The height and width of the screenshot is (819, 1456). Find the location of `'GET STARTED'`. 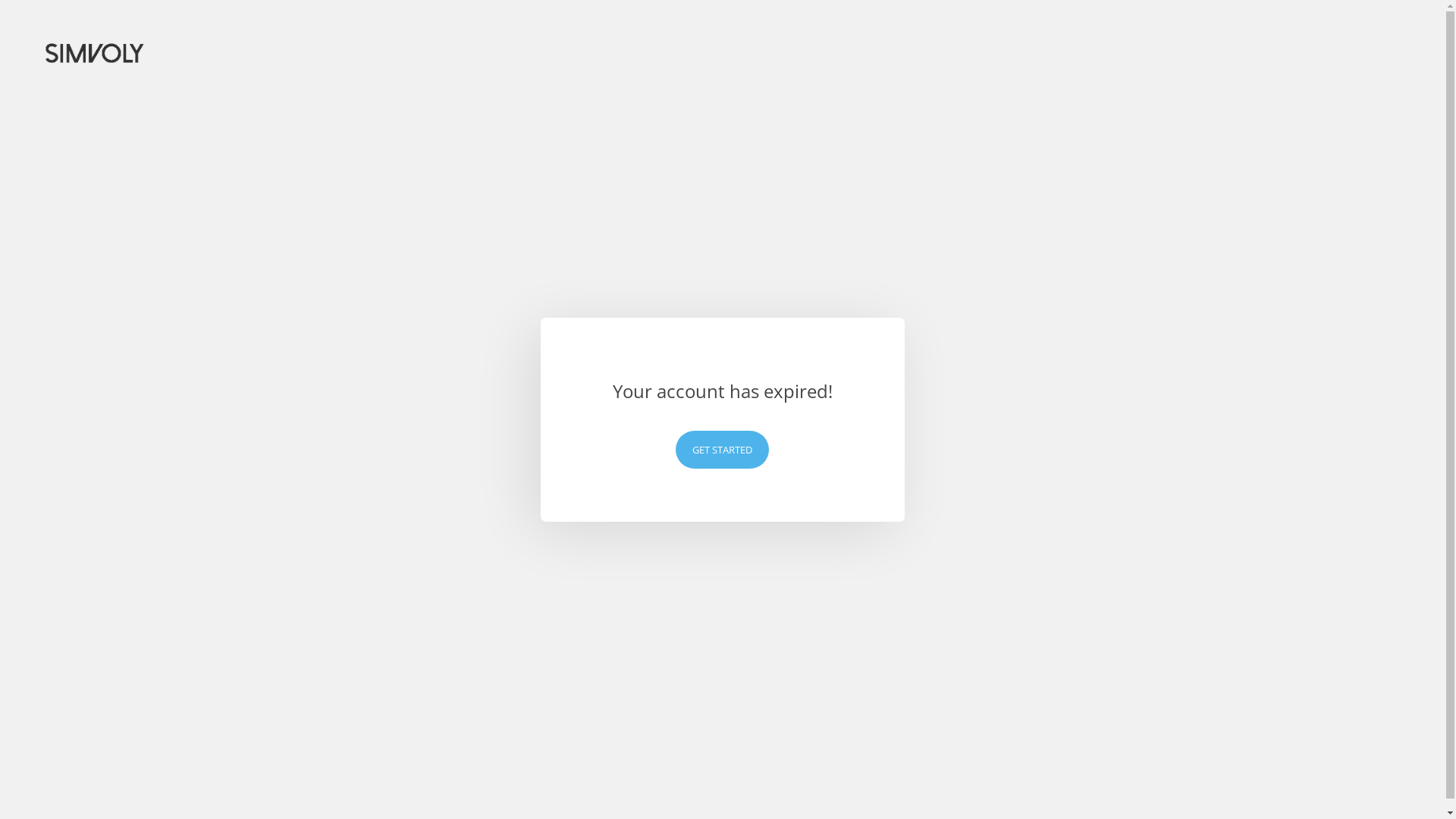

'GET STARTED' is located at coordinates (675, 449).